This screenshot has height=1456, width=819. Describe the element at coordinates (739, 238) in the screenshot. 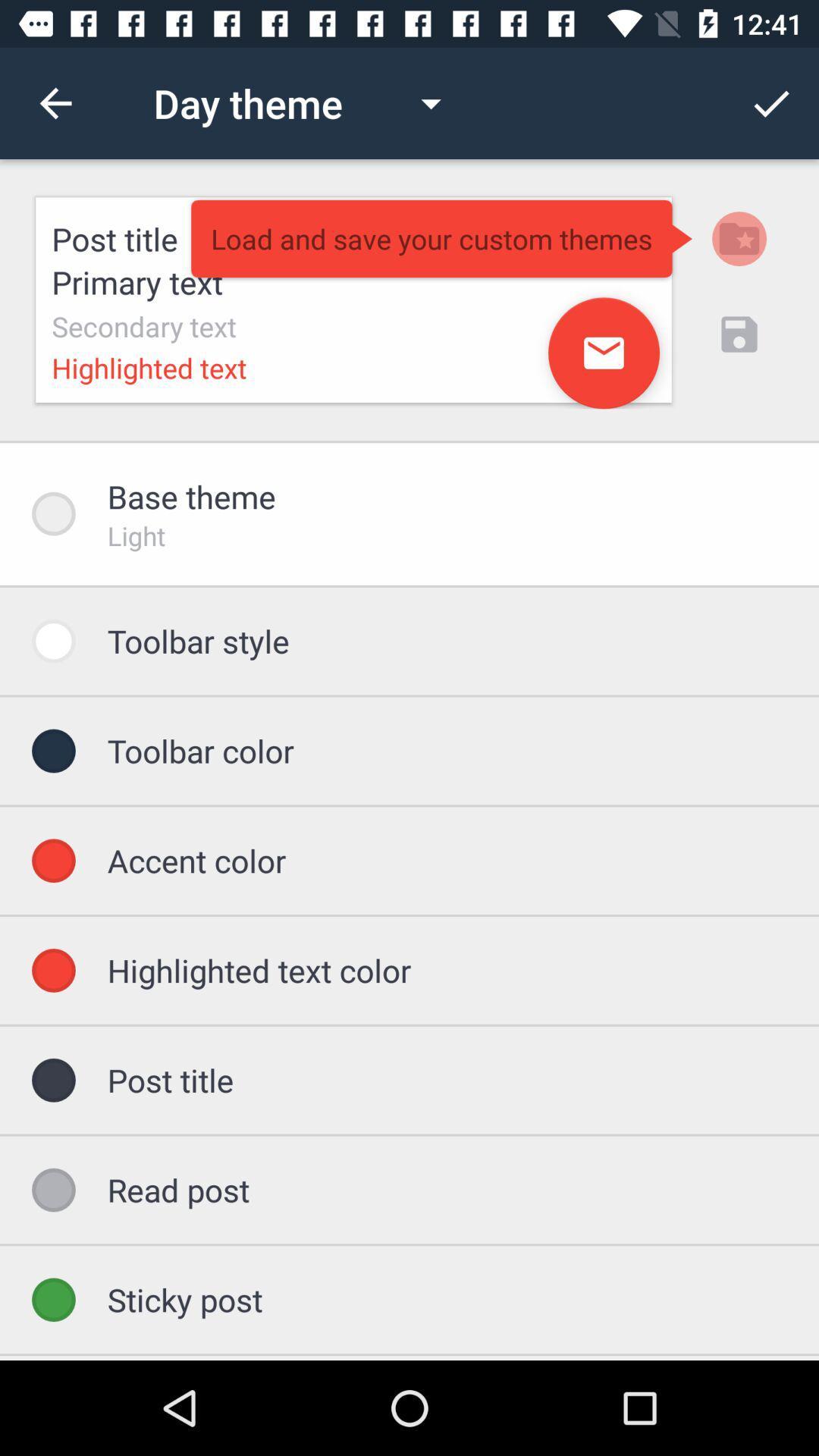

I see `the folder icon` at that location.